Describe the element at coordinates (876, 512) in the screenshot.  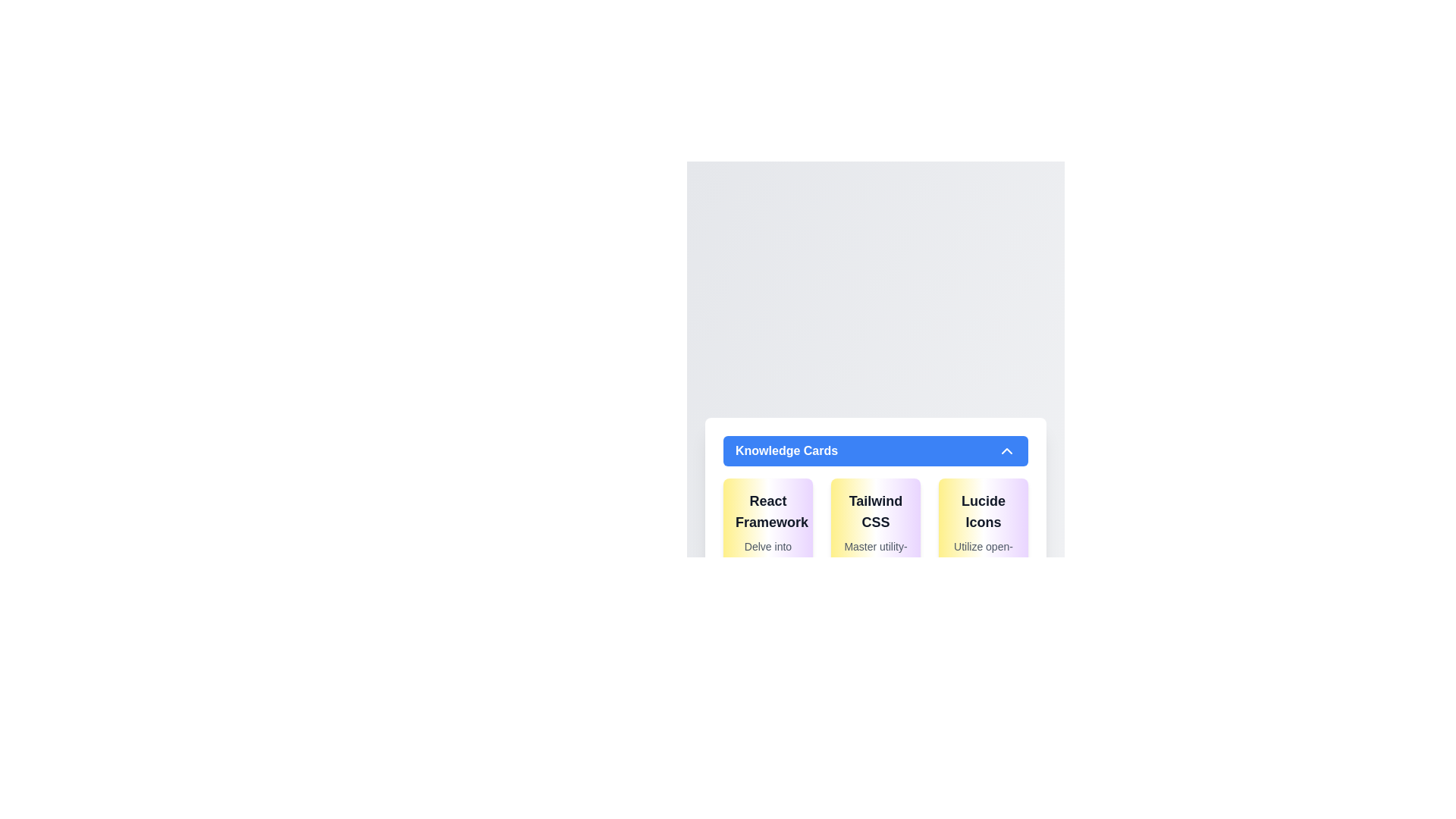
I see `the title text label for the Tailwind CSS card, which is located at the top center of a rounded rectangular card with a gradient yellow to purple background` at that location.